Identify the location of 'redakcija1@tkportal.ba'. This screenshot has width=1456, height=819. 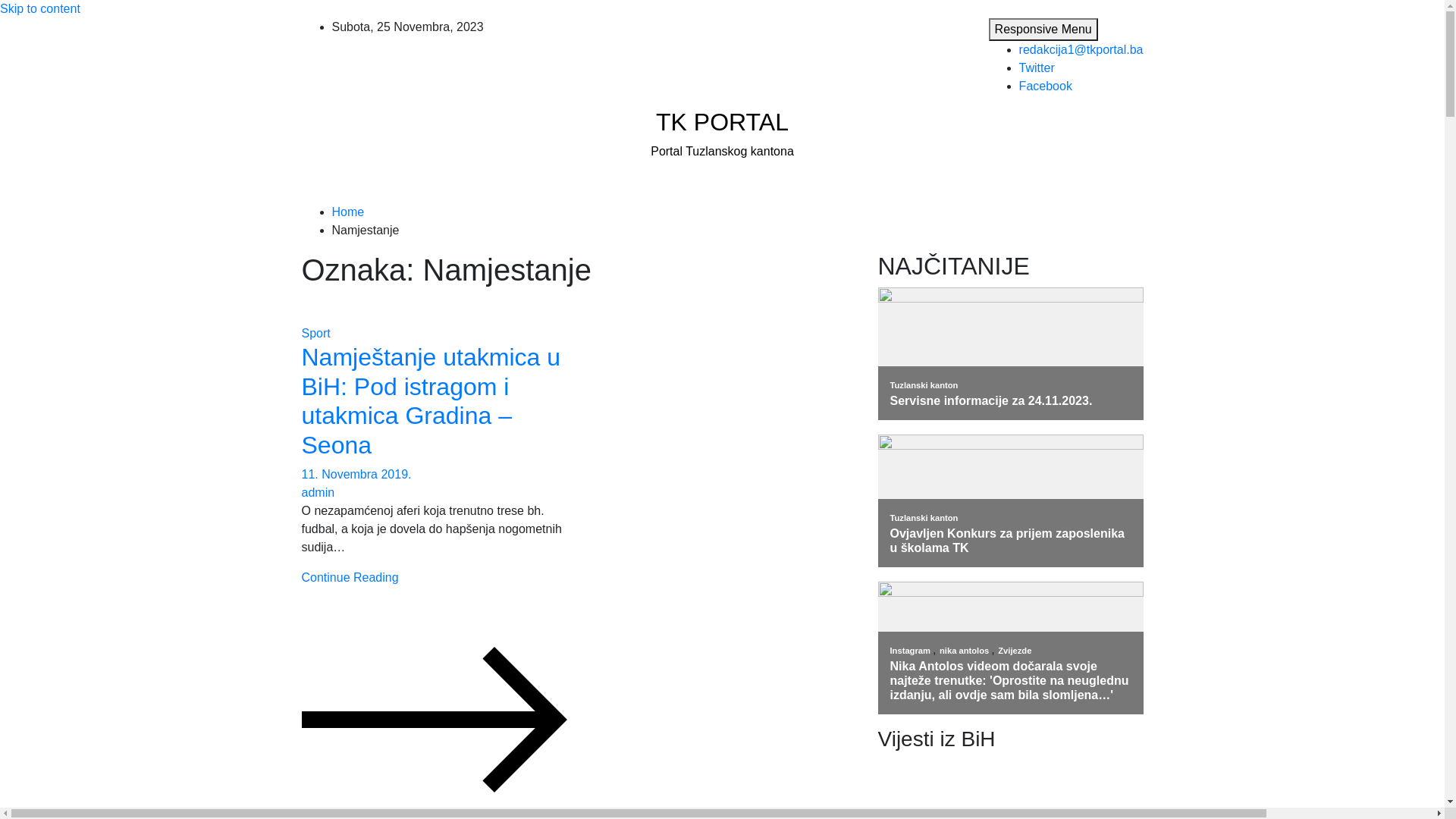
(1080, 49).